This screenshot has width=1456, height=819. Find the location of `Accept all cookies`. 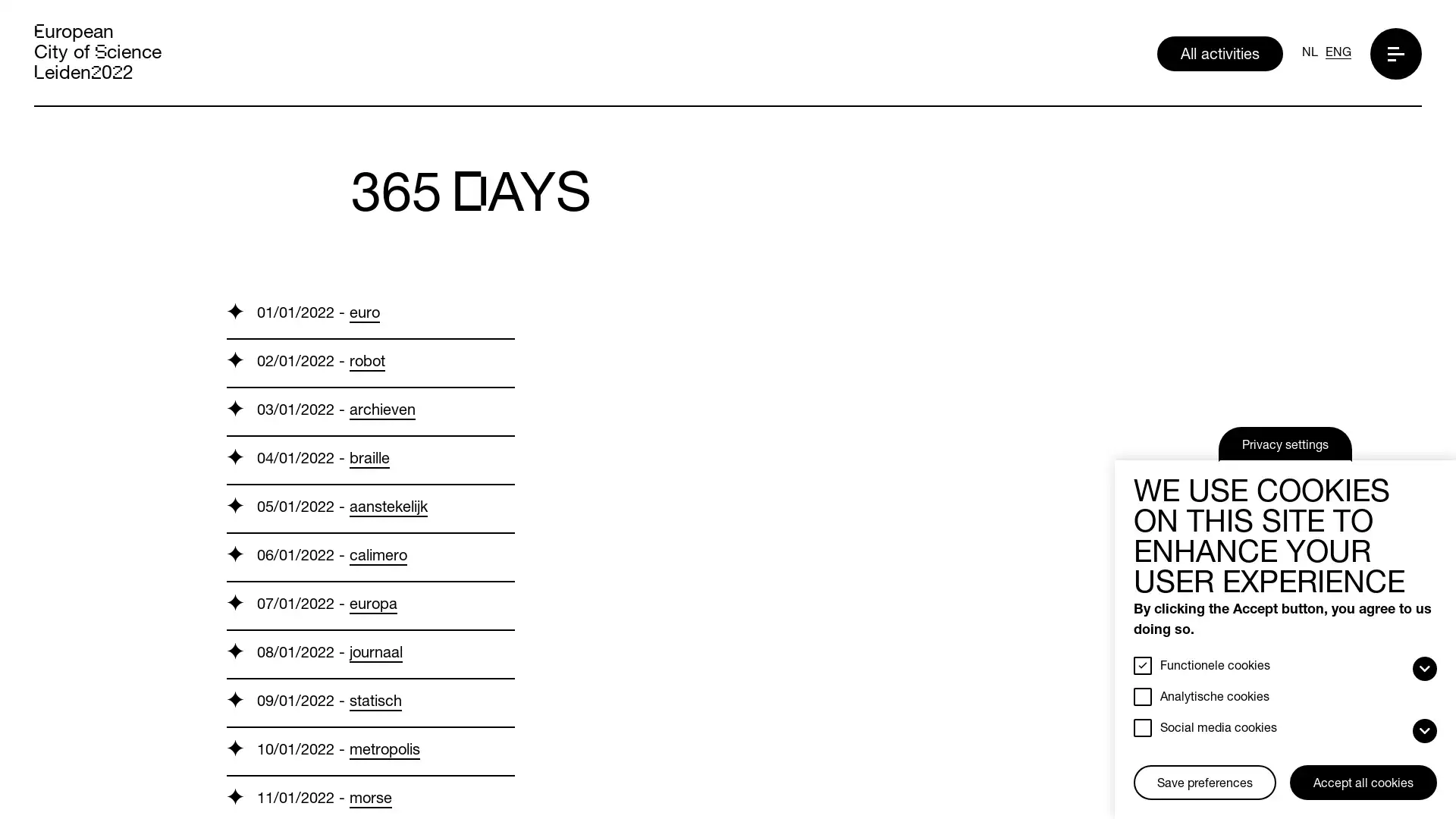

Accept all cookies is located at coordinates (1363, 783).